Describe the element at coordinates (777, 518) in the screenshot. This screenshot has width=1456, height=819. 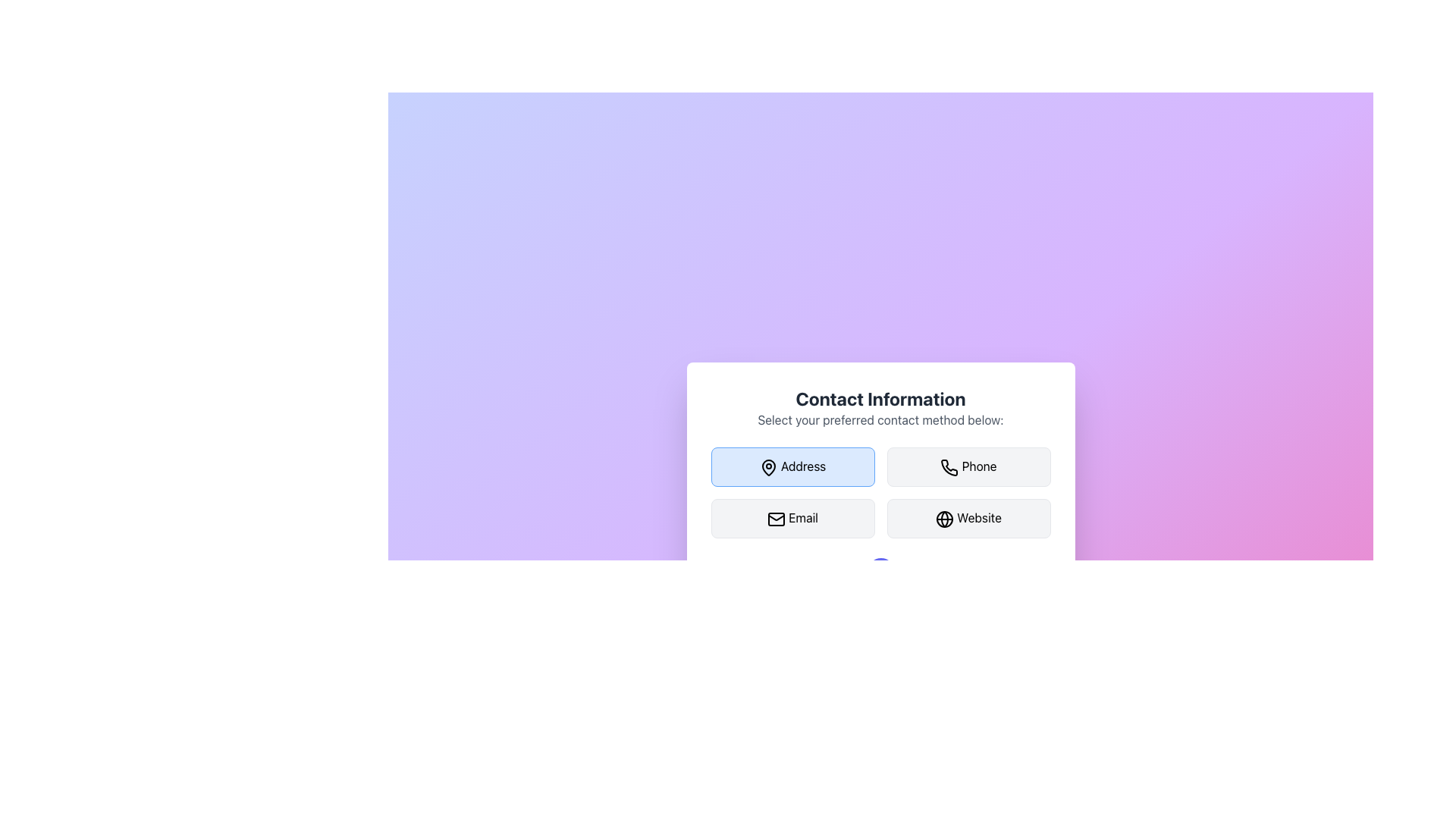
I see `the mail envelope icon that represents the body of the mail envelope graphic, which is part of the button labeled 'Email' located in the bottom left of the grid` at that location.